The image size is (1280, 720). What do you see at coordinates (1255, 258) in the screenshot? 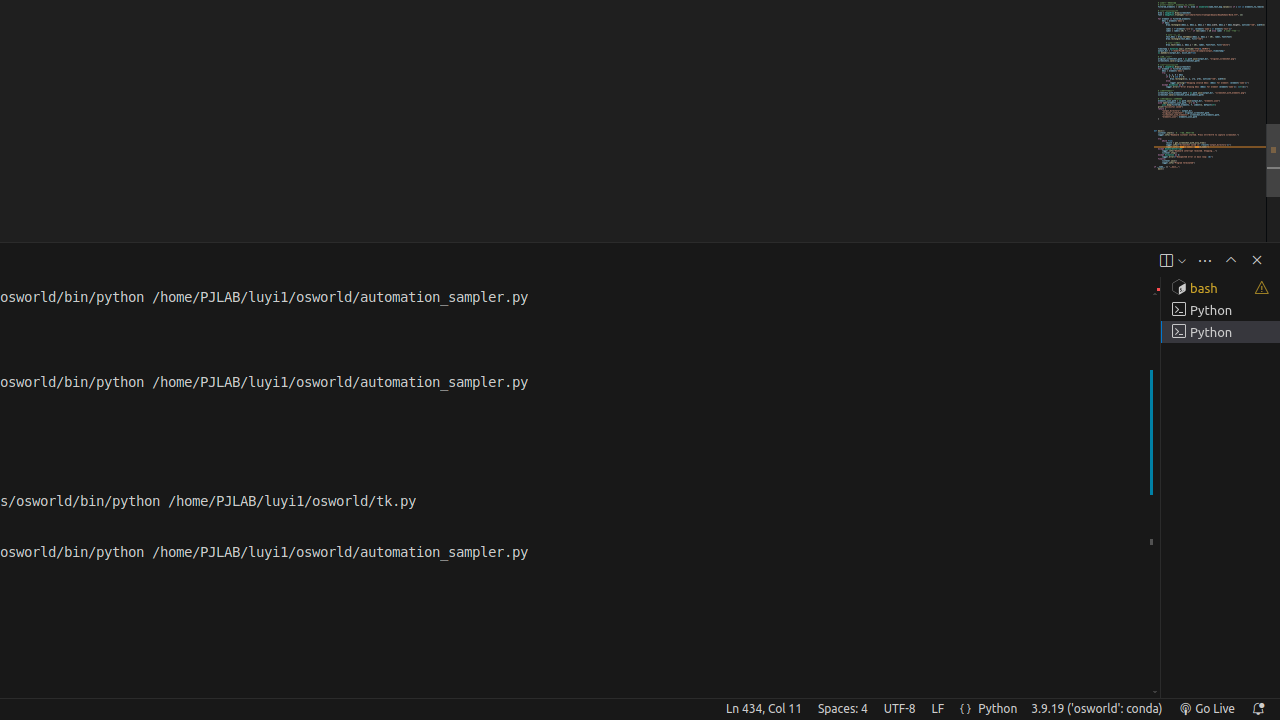
I see `'Hide Panel'` at bounding box center [1255, 258].